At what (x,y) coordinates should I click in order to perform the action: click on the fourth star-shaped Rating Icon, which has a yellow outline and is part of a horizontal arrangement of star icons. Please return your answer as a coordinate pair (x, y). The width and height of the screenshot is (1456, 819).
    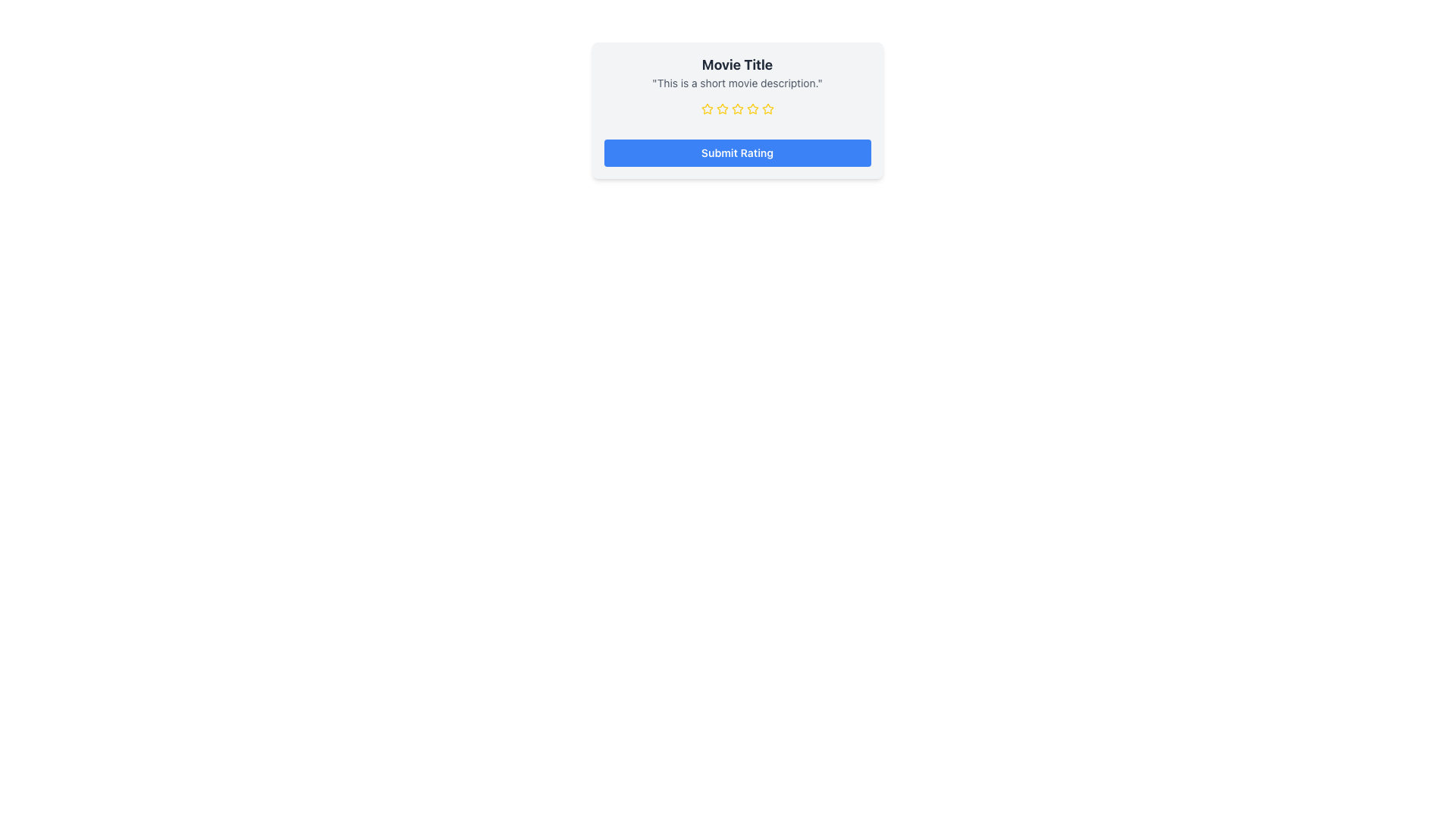
    Looking at the image, I should click on (737, 108).